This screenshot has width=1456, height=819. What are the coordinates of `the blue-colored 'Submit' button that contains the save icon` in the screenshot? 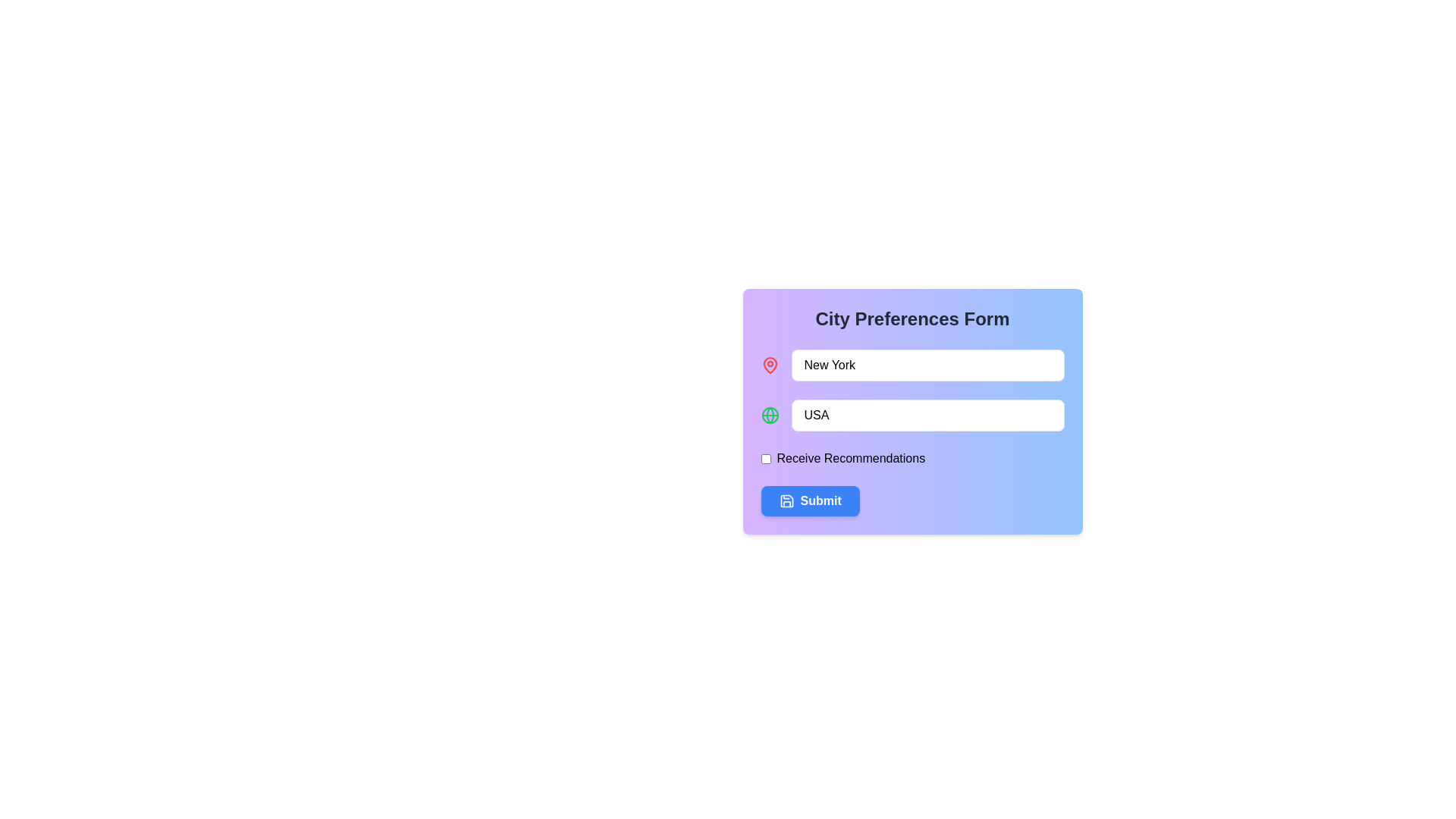 It's located at (786, 500).